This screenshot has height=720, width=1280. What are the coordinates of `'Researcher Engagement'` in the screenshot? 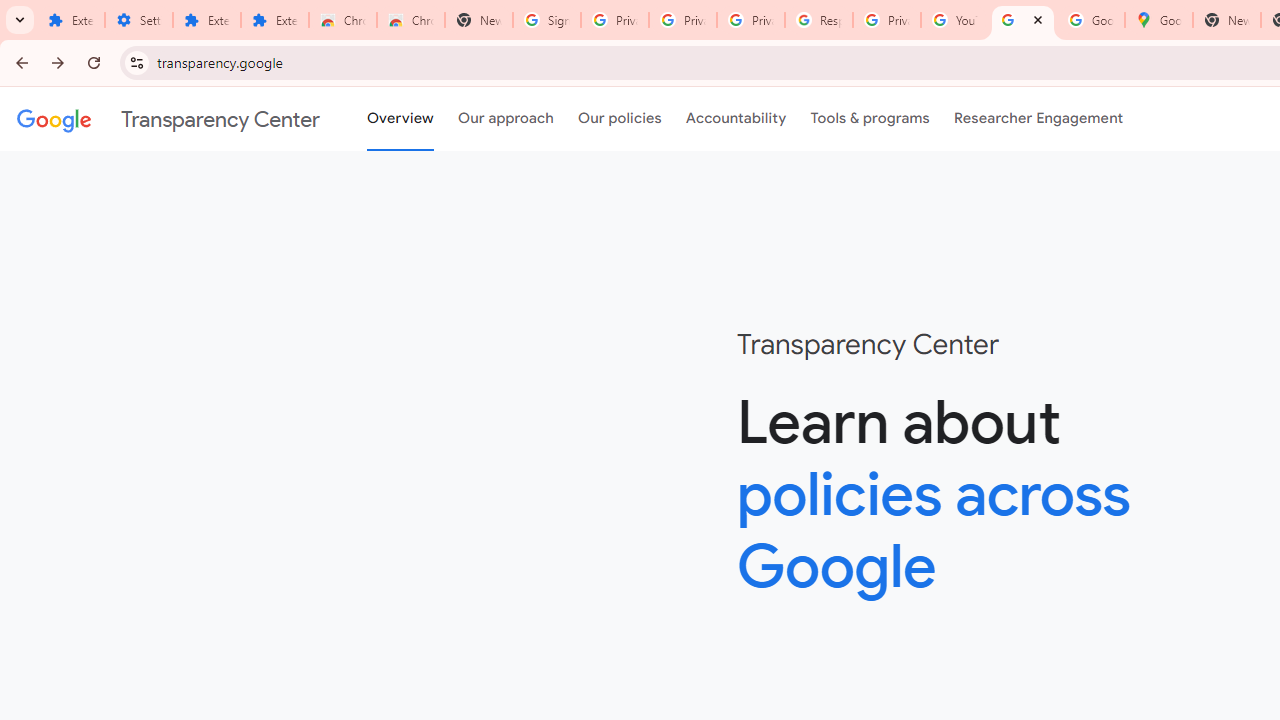 It's located at (1038, 119).